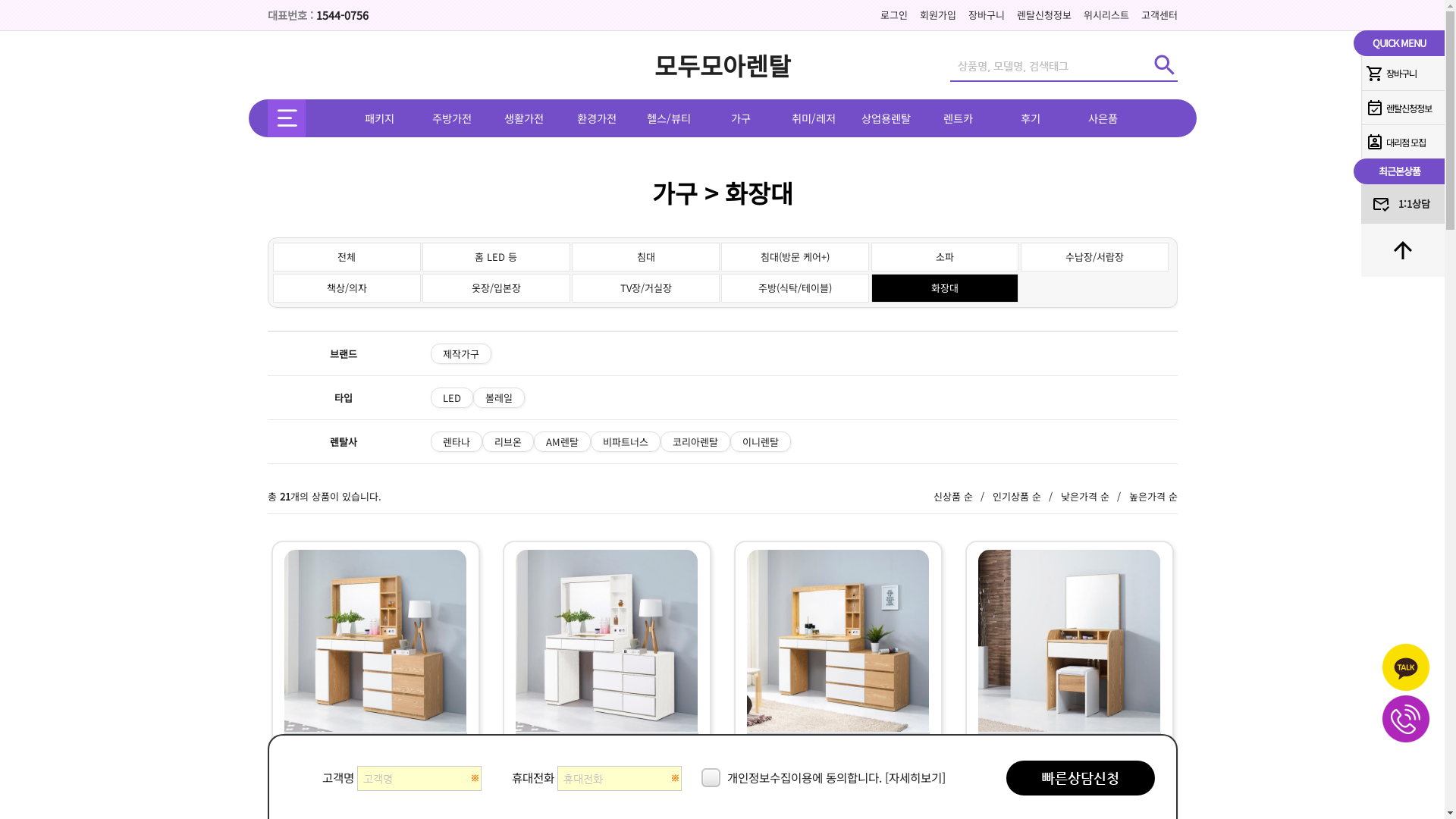  Describe the element at coordinates (429, 397) in the screenshot. I see `'LED'` at that location.